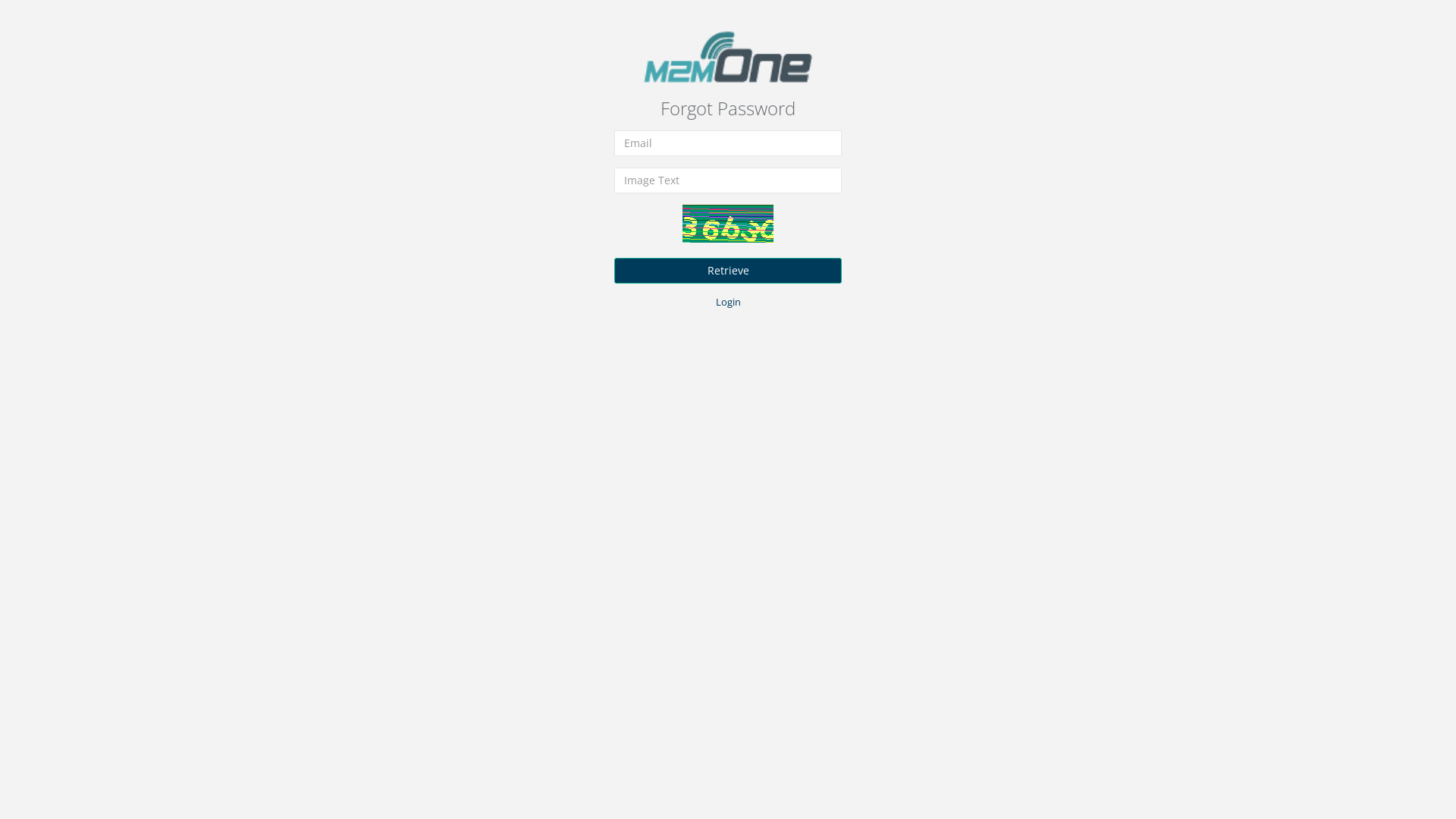  Describe the element at coordinates (728, 270) in the screenshot. I see `'Retrieve'` at that location.